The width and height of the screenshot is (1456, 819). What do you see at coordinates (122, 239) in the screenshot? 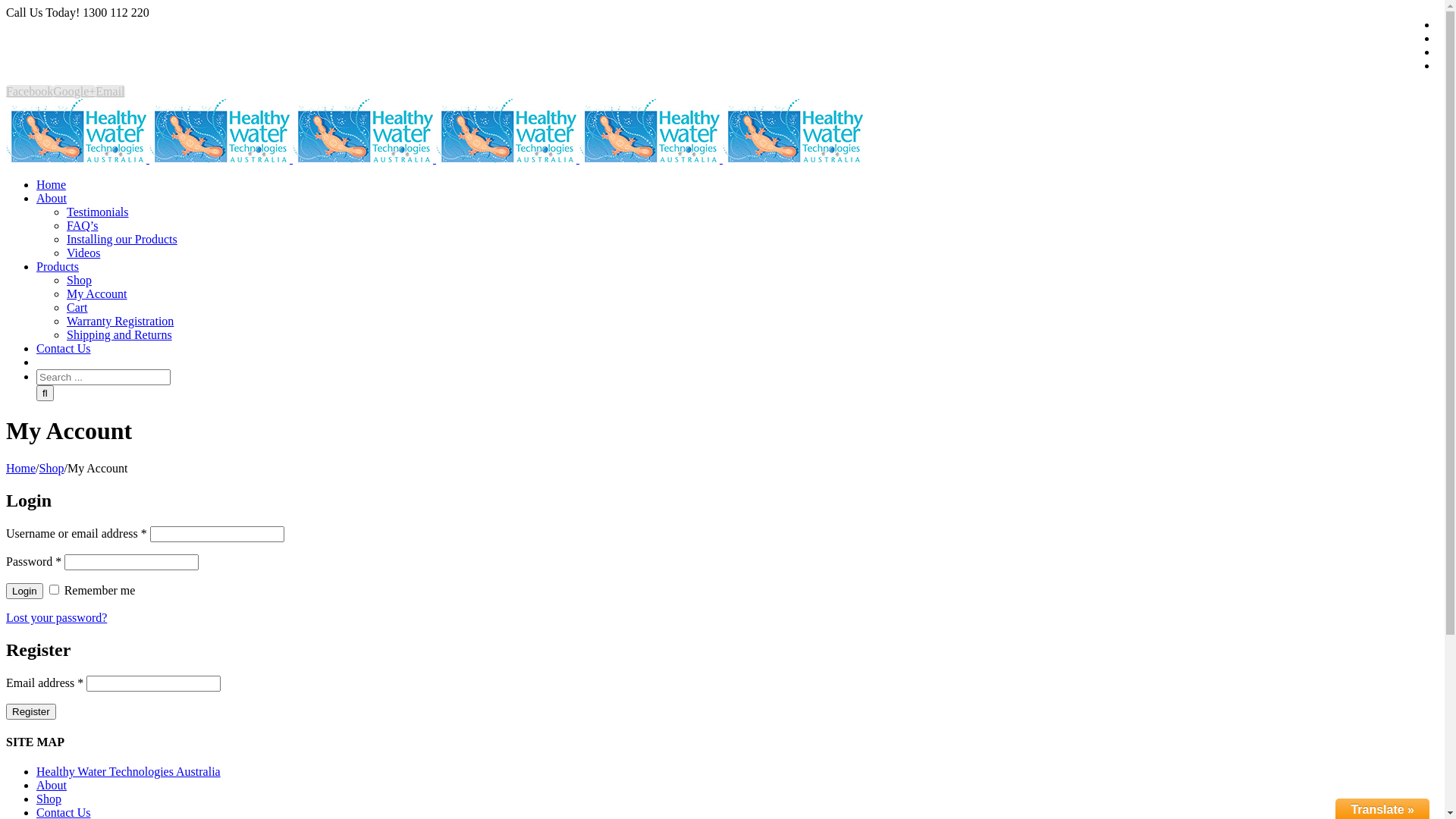
I see `'Installing our Products'` at bounding box center [122, 239].